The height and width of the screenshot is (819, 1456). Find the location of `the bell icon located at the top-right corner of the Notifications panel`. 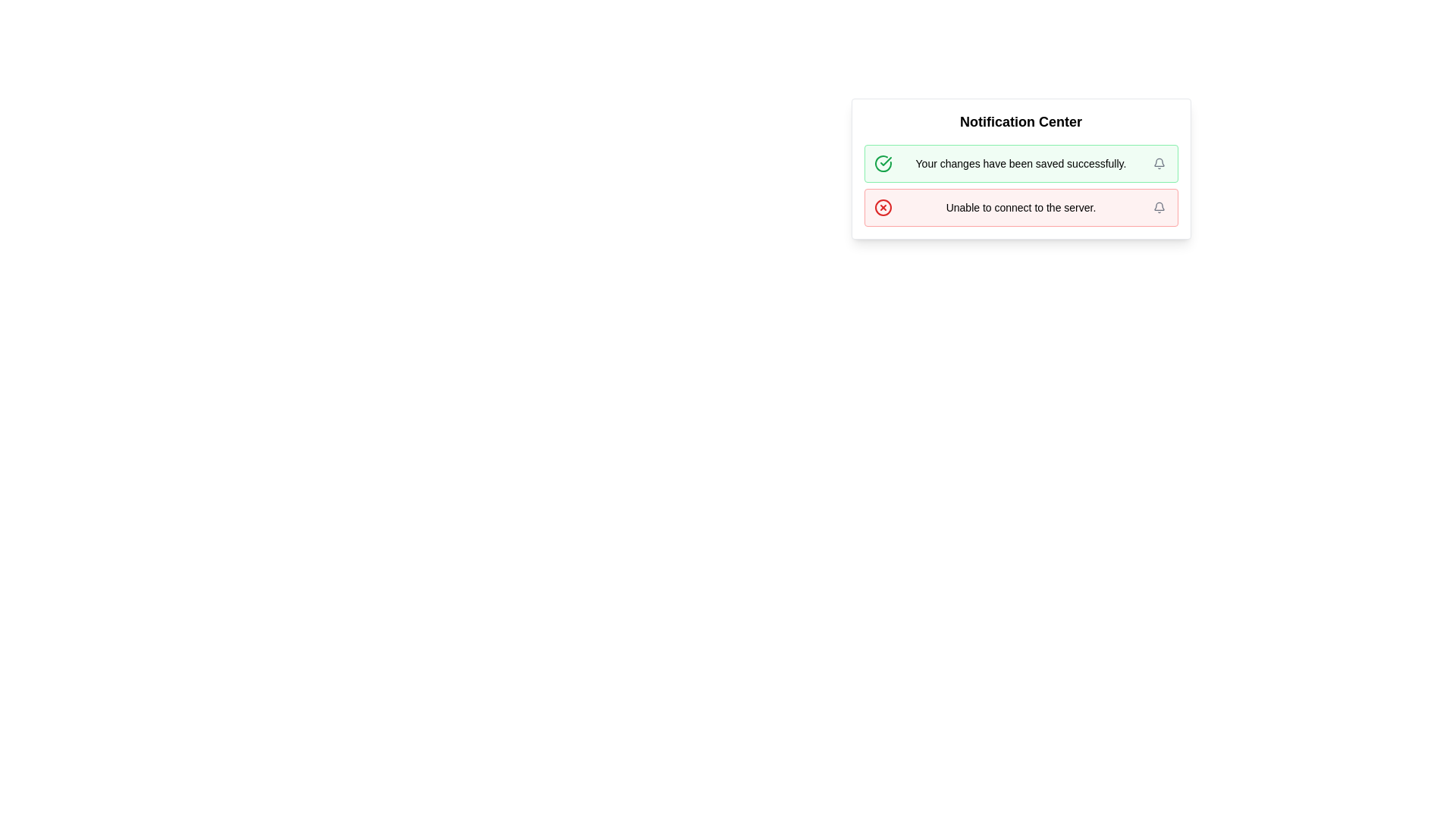

the bell icon located at the top-right corner of the Notifications panel is located at coordinates (1158, 207).